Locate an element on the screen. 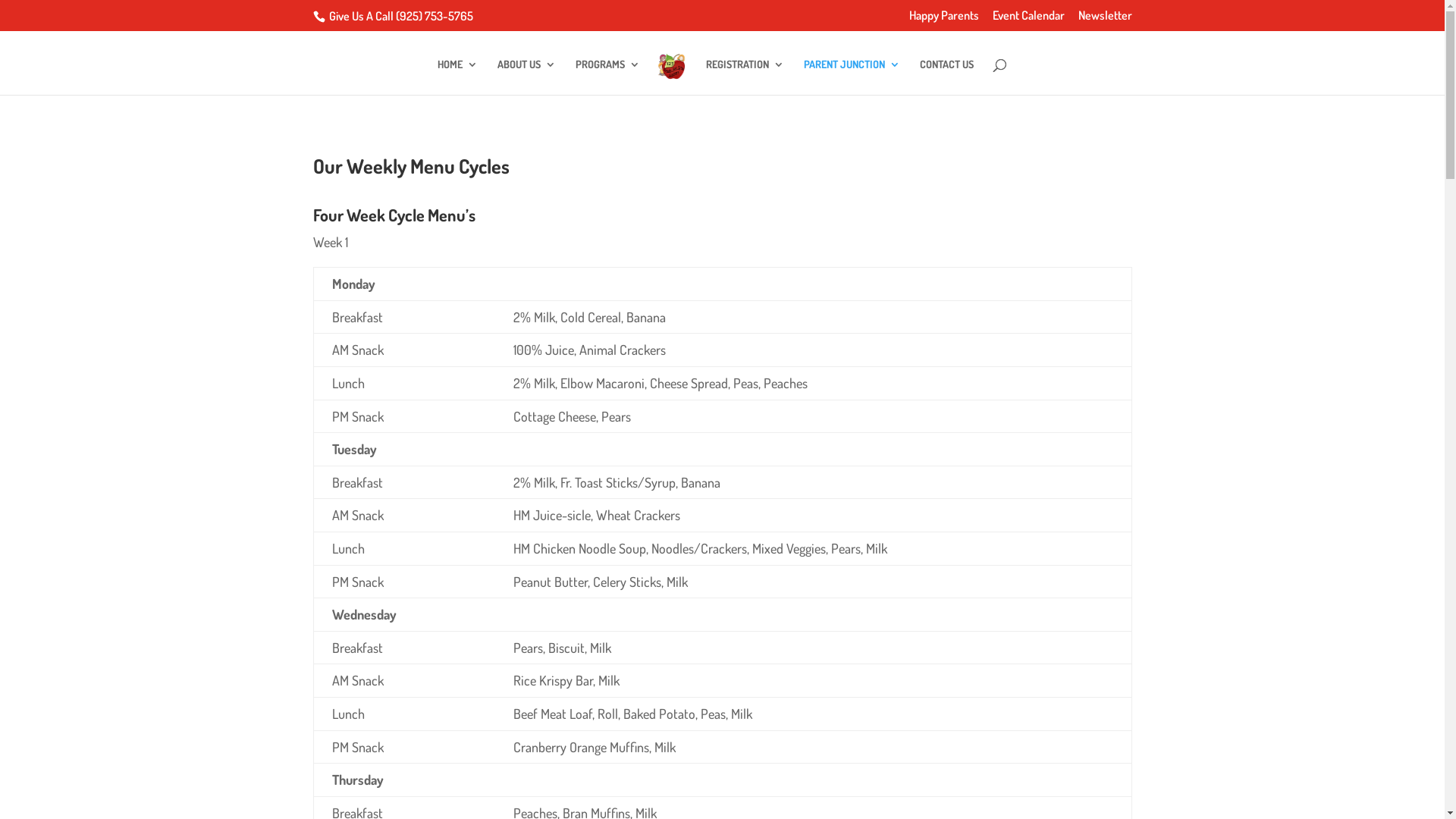 Image resolution: width=1456 pixels, height=819 pixels. 'PROGRAMS' is located at coordinates (574, 77).